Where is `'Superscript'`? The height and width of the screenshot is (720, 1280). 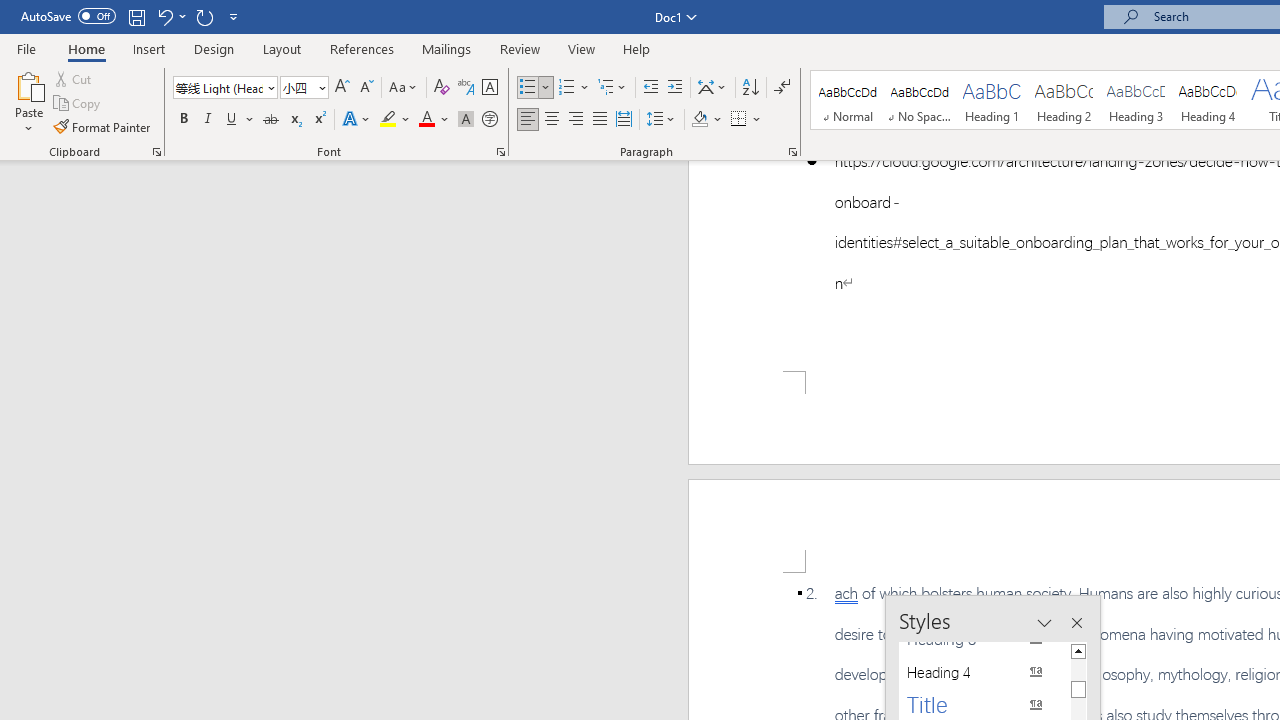
'Superscript' is located at coordinates (318, 119).